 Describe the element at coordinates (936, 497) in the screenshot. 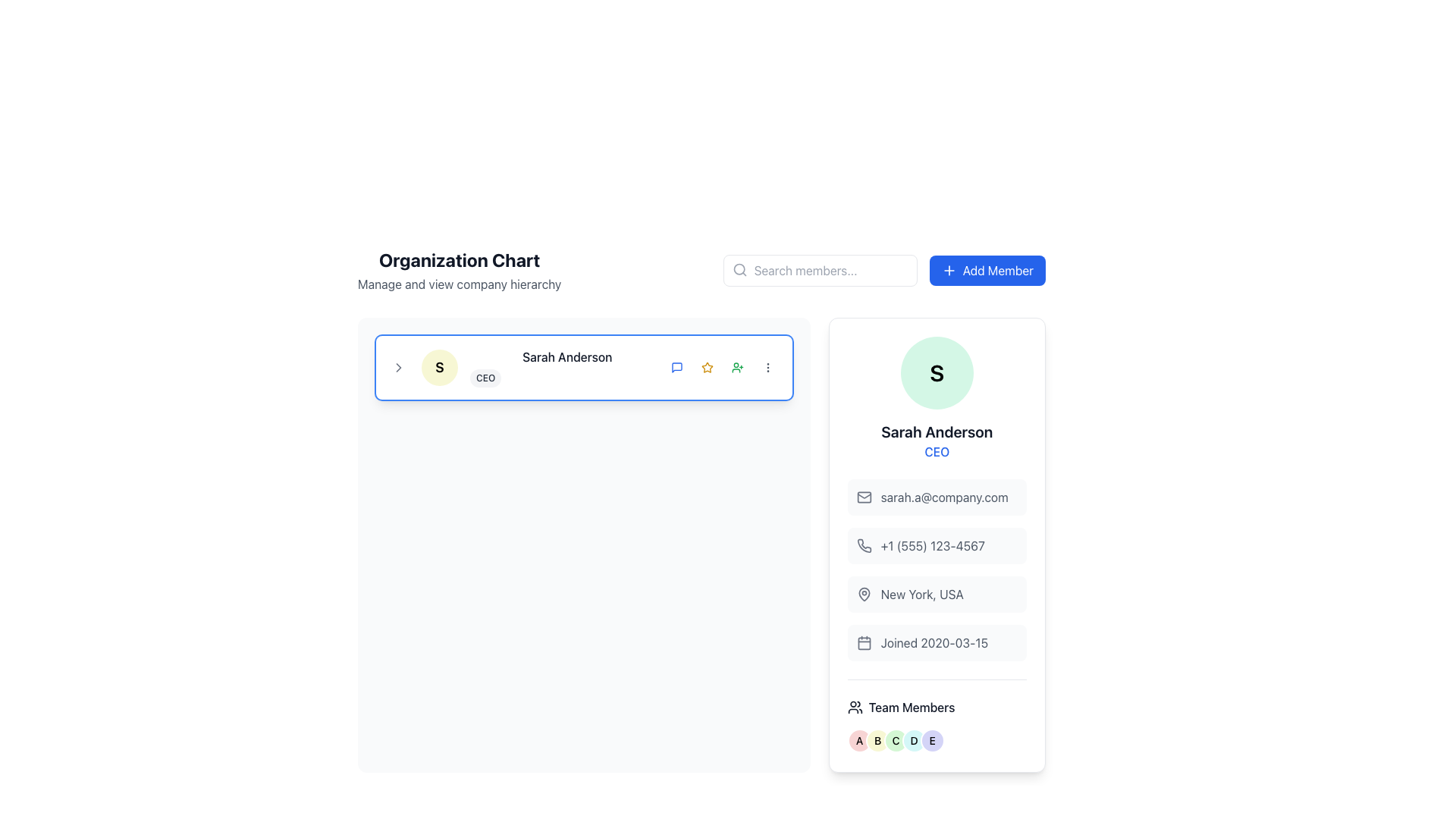

I see `user's email address displayed in the Information display label with an icon, located in the right-hand profile panel, below the user's name and title` at that location.